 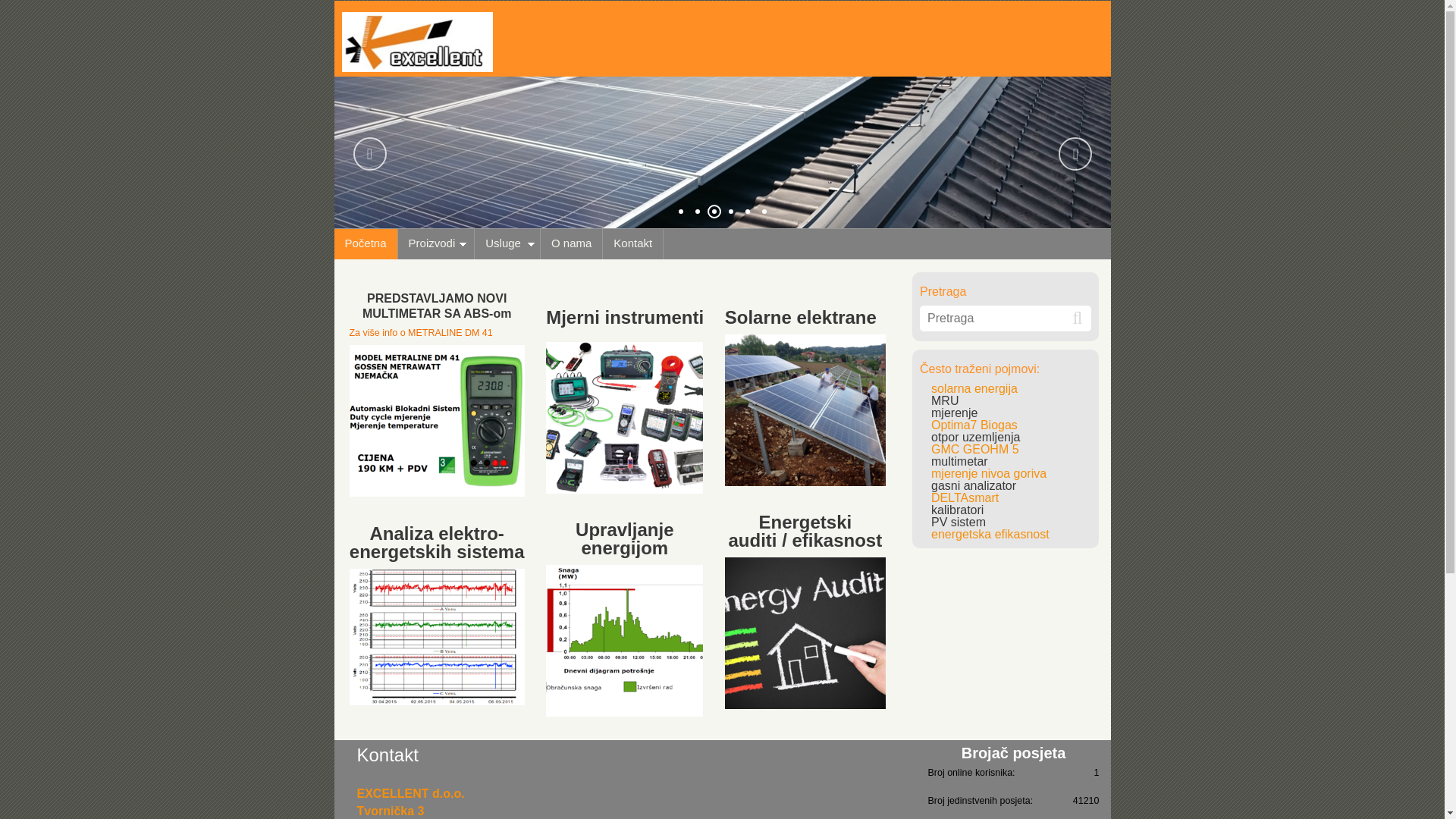 What do you see at coordinates (633, 242) in the screenshot?
I see `'Kontakt'` at bounding box center [633, 242].